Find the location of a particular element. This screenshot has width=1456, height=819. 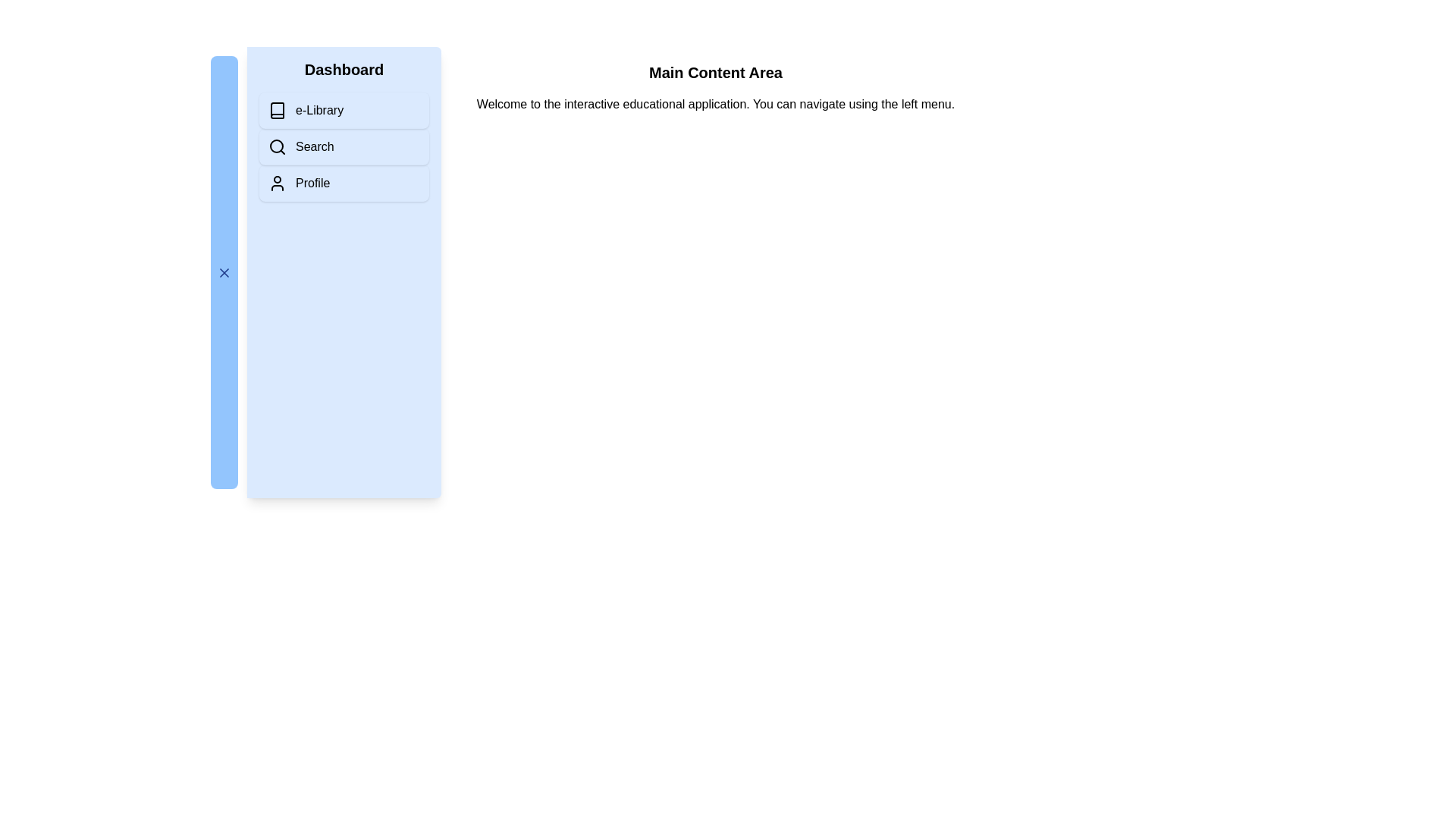

the interactive button located to the left of the main dashboard area, which serves is located at coordinates (224, 271).